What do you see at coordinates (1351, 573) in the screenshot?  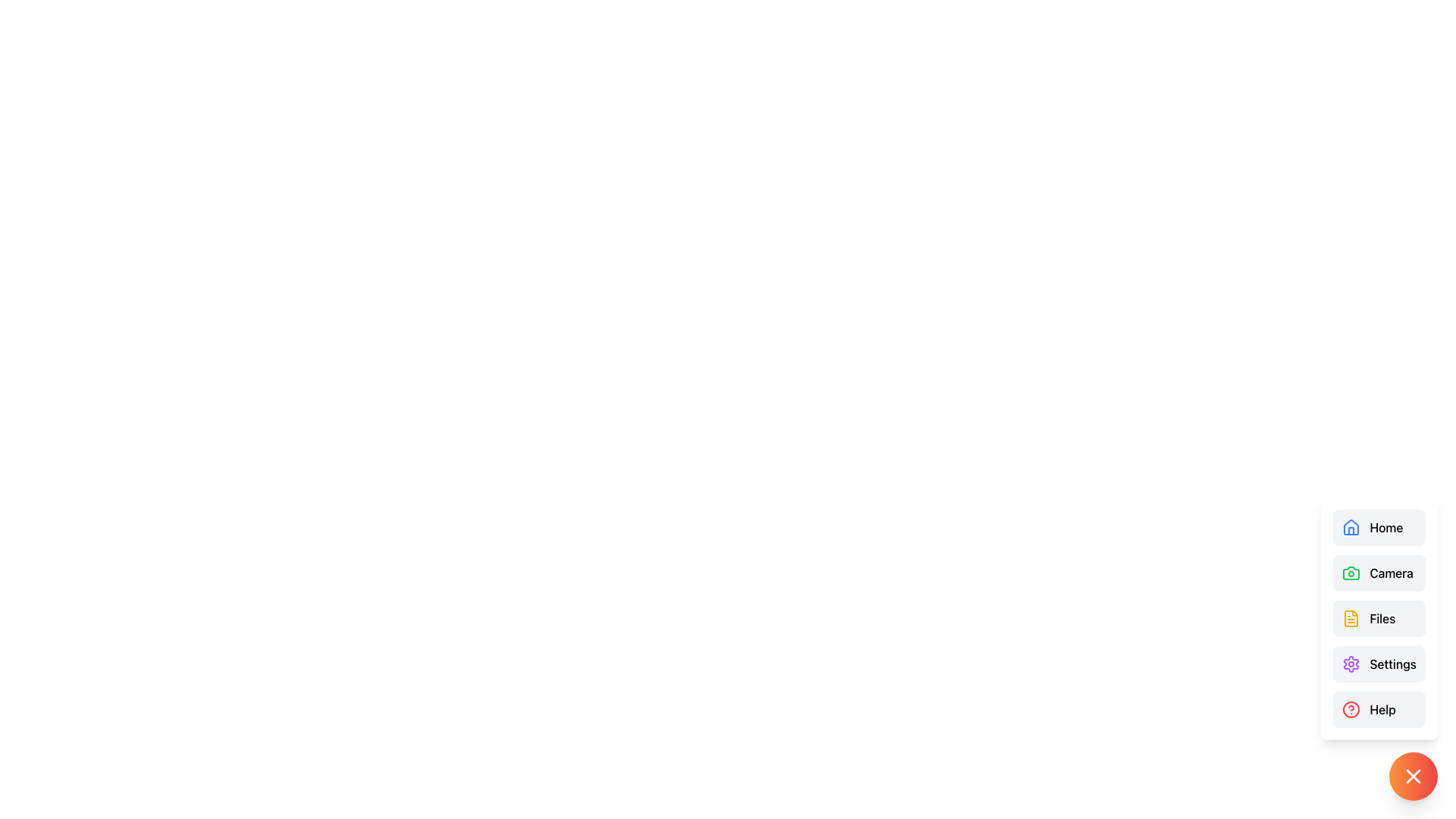 I see `the camera icon located in the vertical menu on the right side of the interface, which is the second item from the top, directly below the 'Home' item` at bounding box center [1351, 573].